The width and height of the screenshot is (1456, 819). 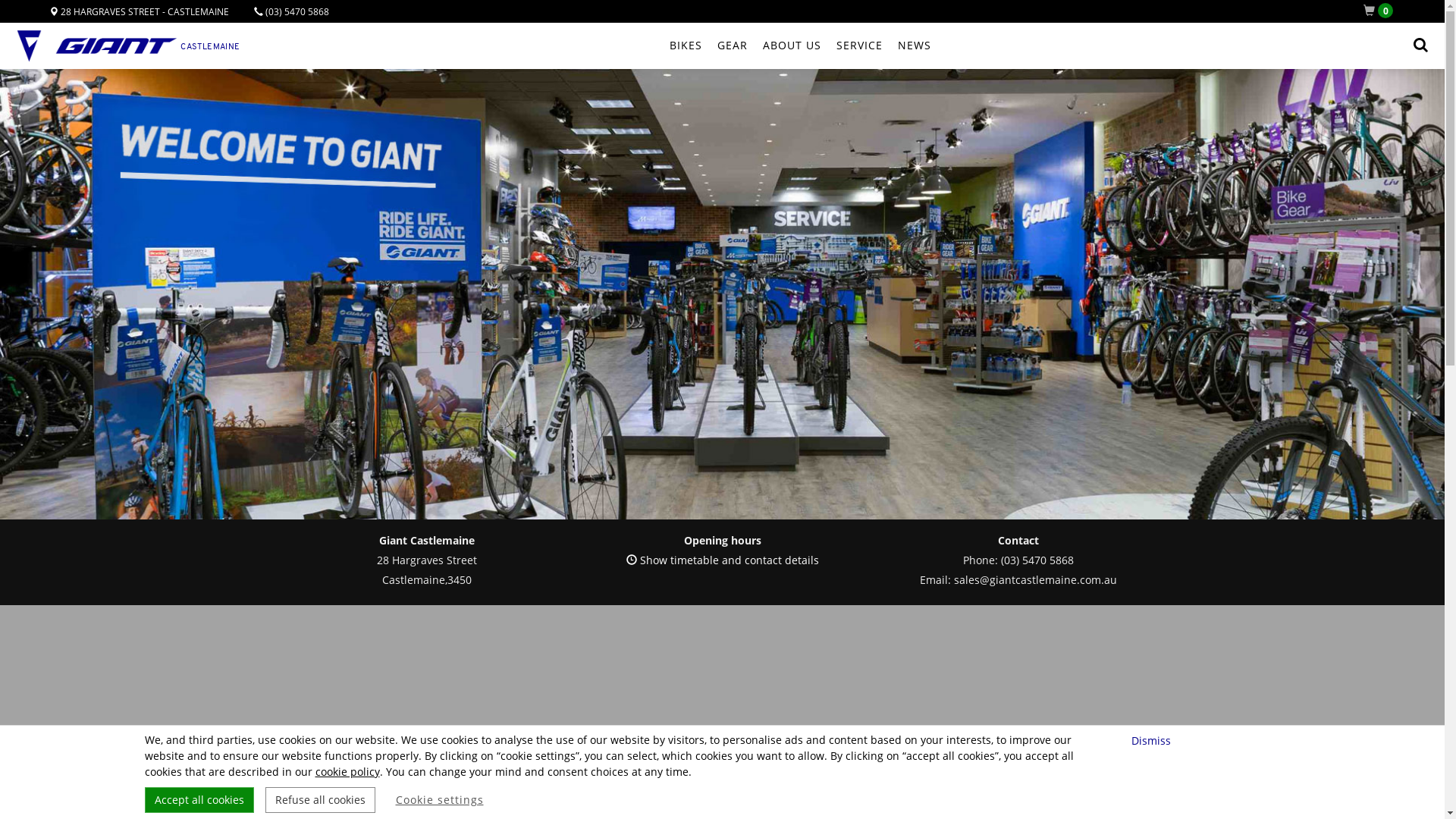 I want to click on 'Accept all cookies', so click(x=198, y=799).